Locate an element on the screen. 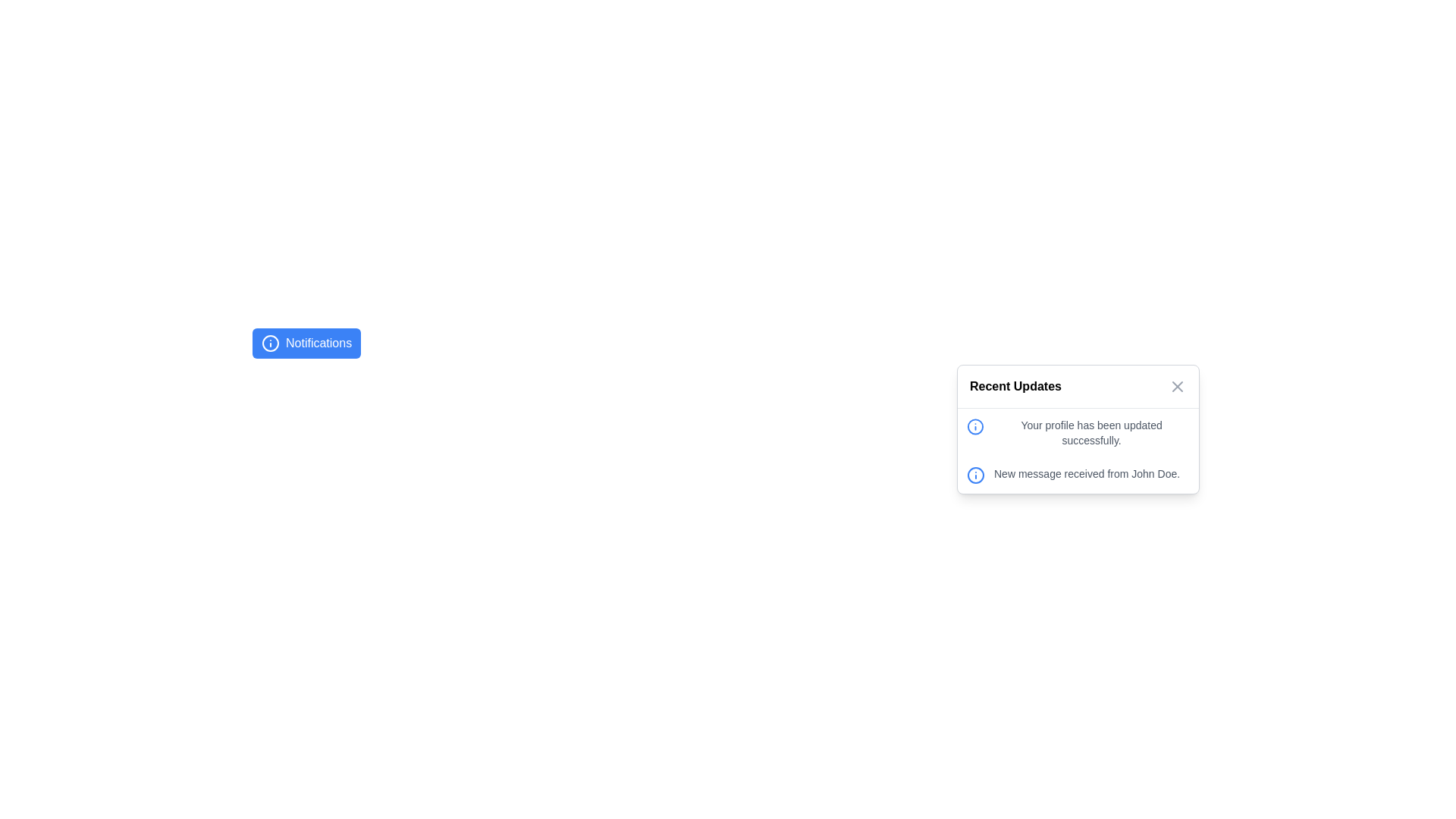 This screenshot has height=819, width=1456. static text message that indicates 'Your profile has been updated successfully.' located next to the blue circular information icon in the Recent Updates notification card is located at coordinates (1077, 432).